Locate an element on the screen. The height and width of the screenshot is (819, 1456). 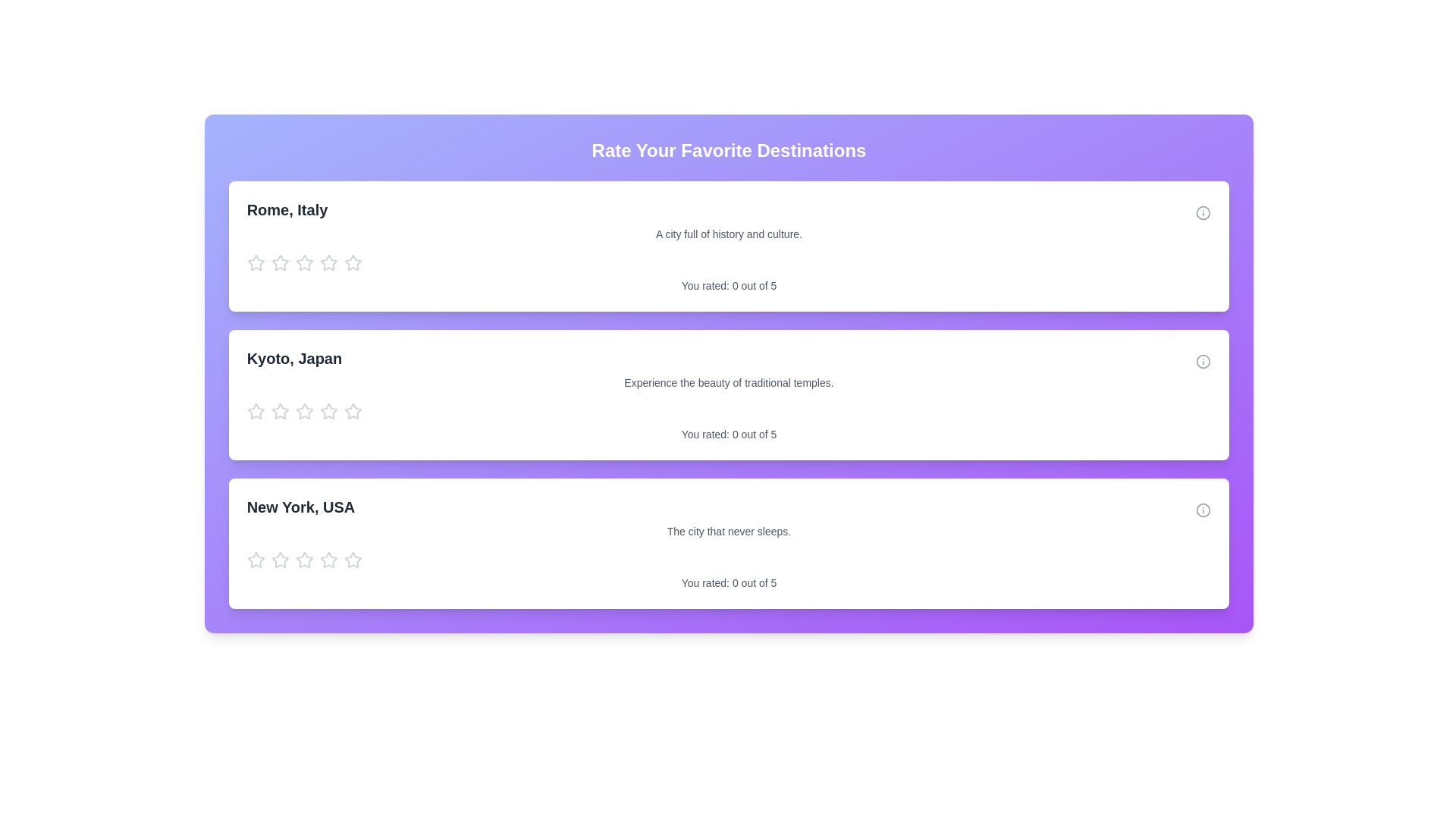
the clickable star icon used in the rating system, which is the leftmost star directly below the 'Rome, Italy' title is located at coordinates (256, 262).